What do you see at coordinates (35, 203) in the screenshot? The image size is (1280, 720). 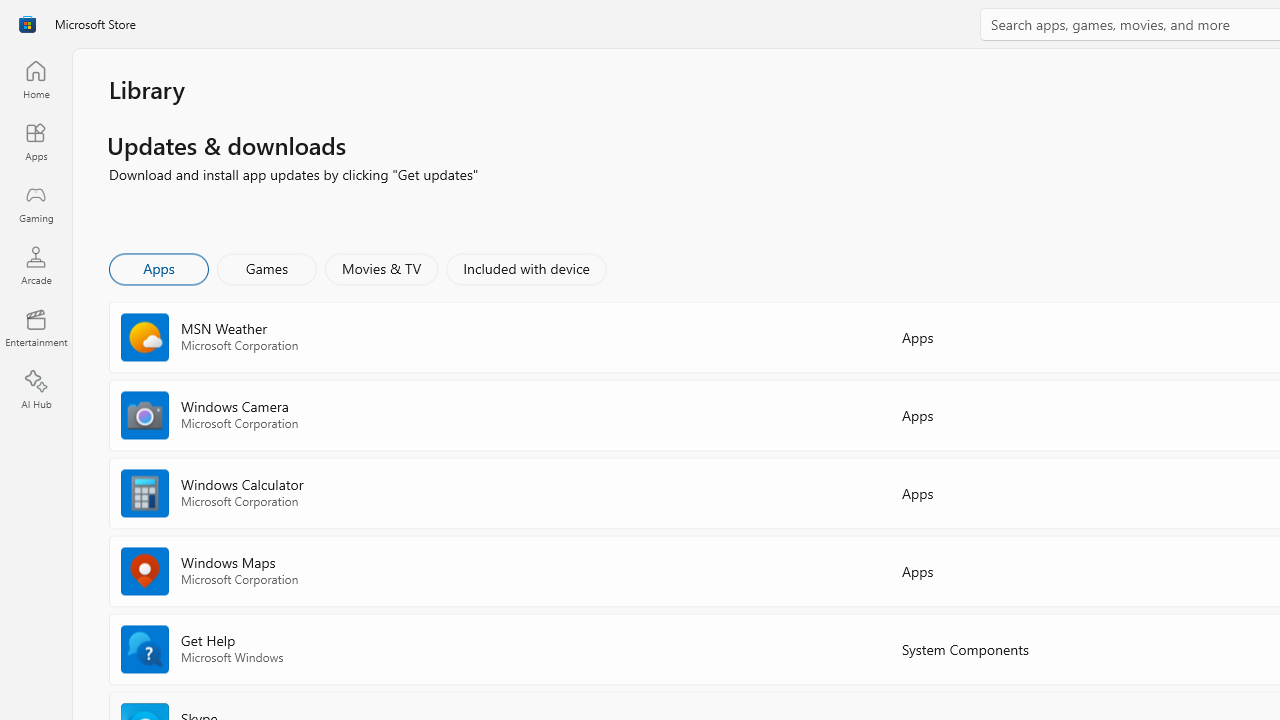 I see `'Gaming'` at bounding box center [35, 203].